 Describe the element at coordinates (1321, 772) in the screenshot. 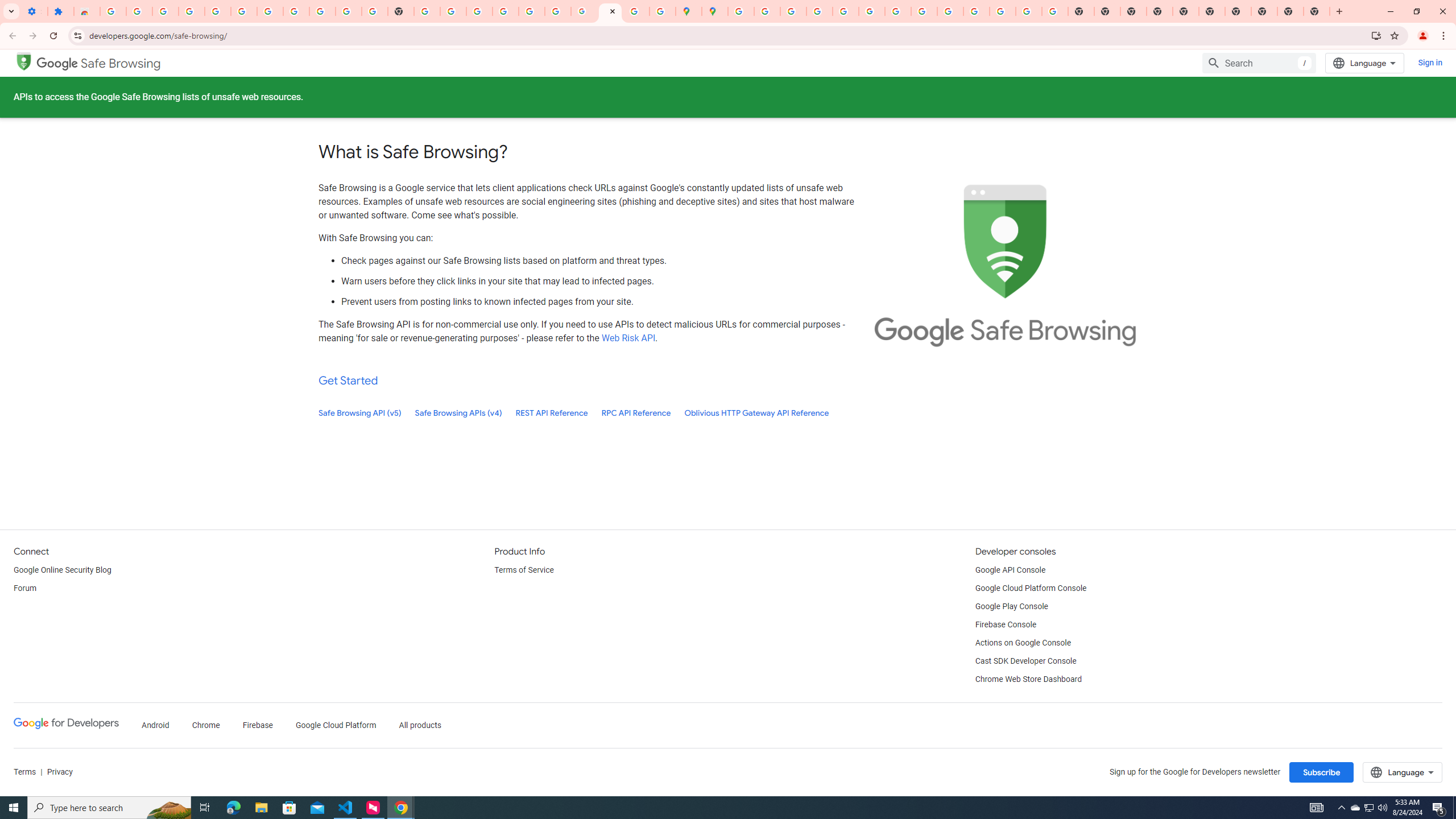

I see `'Subscribe'` at that location.